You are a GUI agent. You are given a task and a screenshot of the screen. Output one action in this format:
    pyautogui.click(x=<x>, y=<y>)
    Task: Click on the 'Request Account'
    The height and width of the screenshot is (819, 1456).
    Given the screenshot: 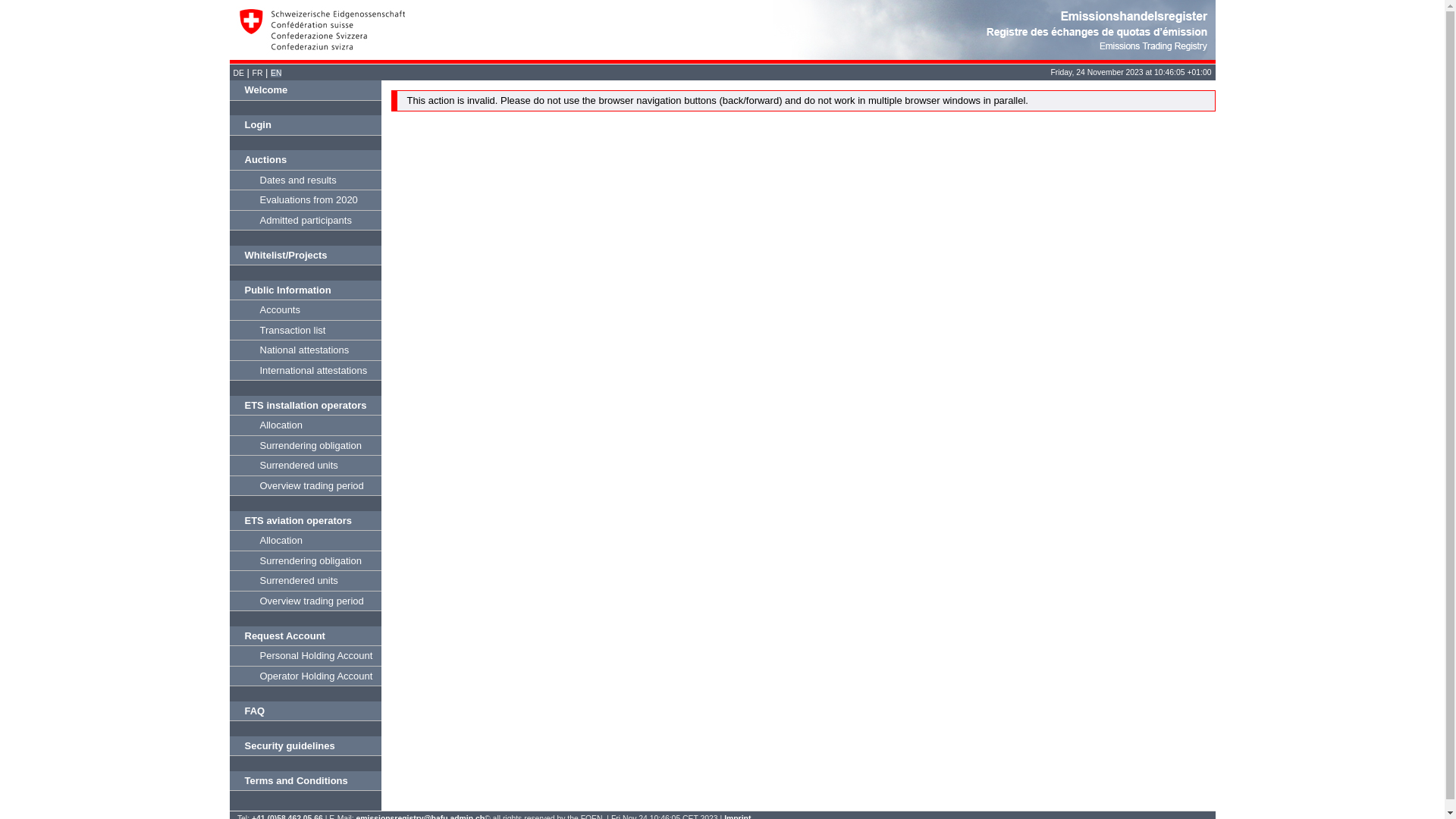 What is the action you would take?
    pyautogui.click(x=228, y=636)
    